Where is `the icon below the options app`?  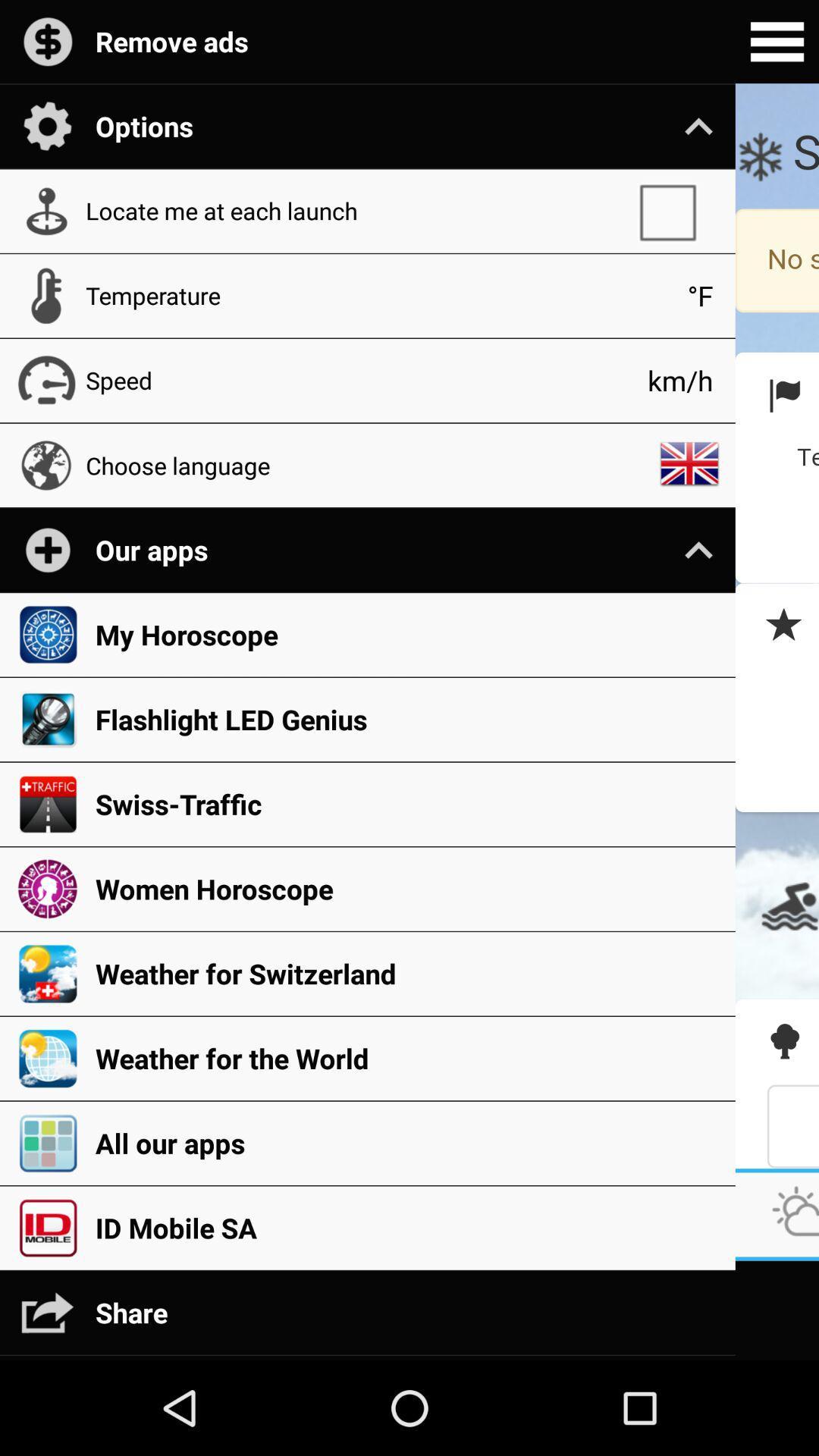 the icon below the options app is located at coordinates (674, 210).